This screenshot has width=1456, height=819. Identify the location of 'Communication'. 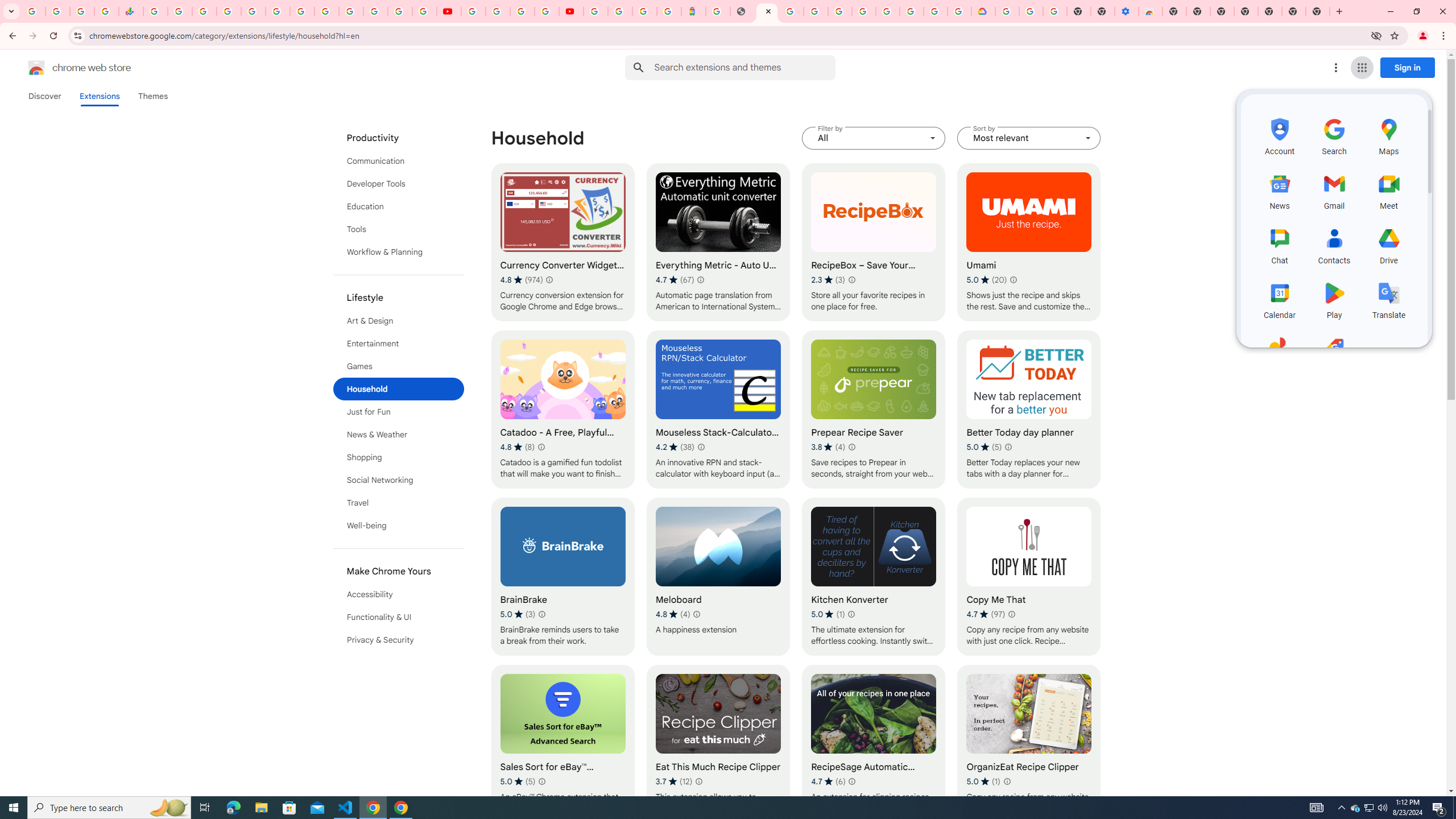
(399, 160).